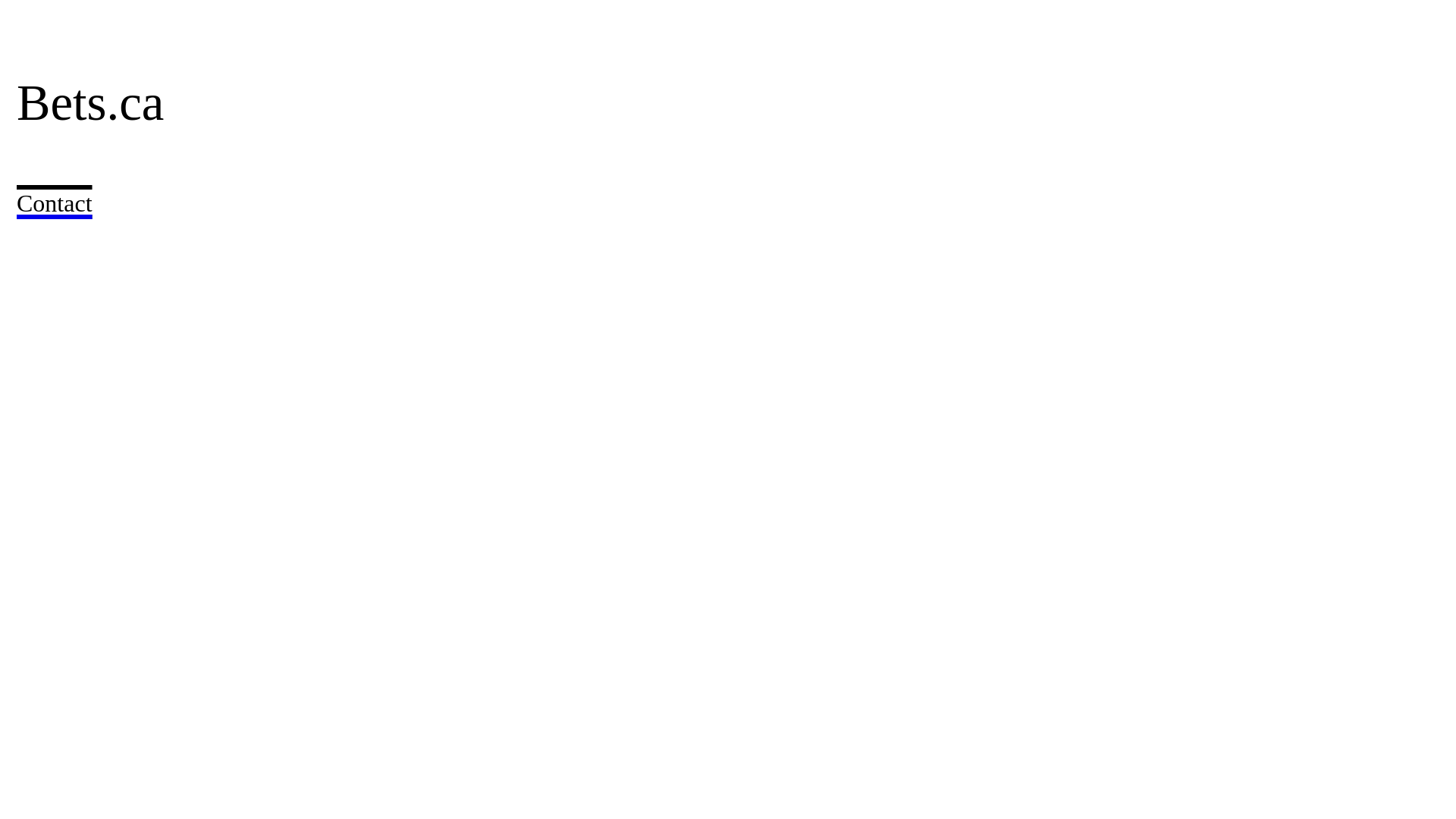 The height and width of the screenshot is (819, 1456). Describe the element at coordinates (55, 193) in the screenshot. I see `'Contact'` at that location.